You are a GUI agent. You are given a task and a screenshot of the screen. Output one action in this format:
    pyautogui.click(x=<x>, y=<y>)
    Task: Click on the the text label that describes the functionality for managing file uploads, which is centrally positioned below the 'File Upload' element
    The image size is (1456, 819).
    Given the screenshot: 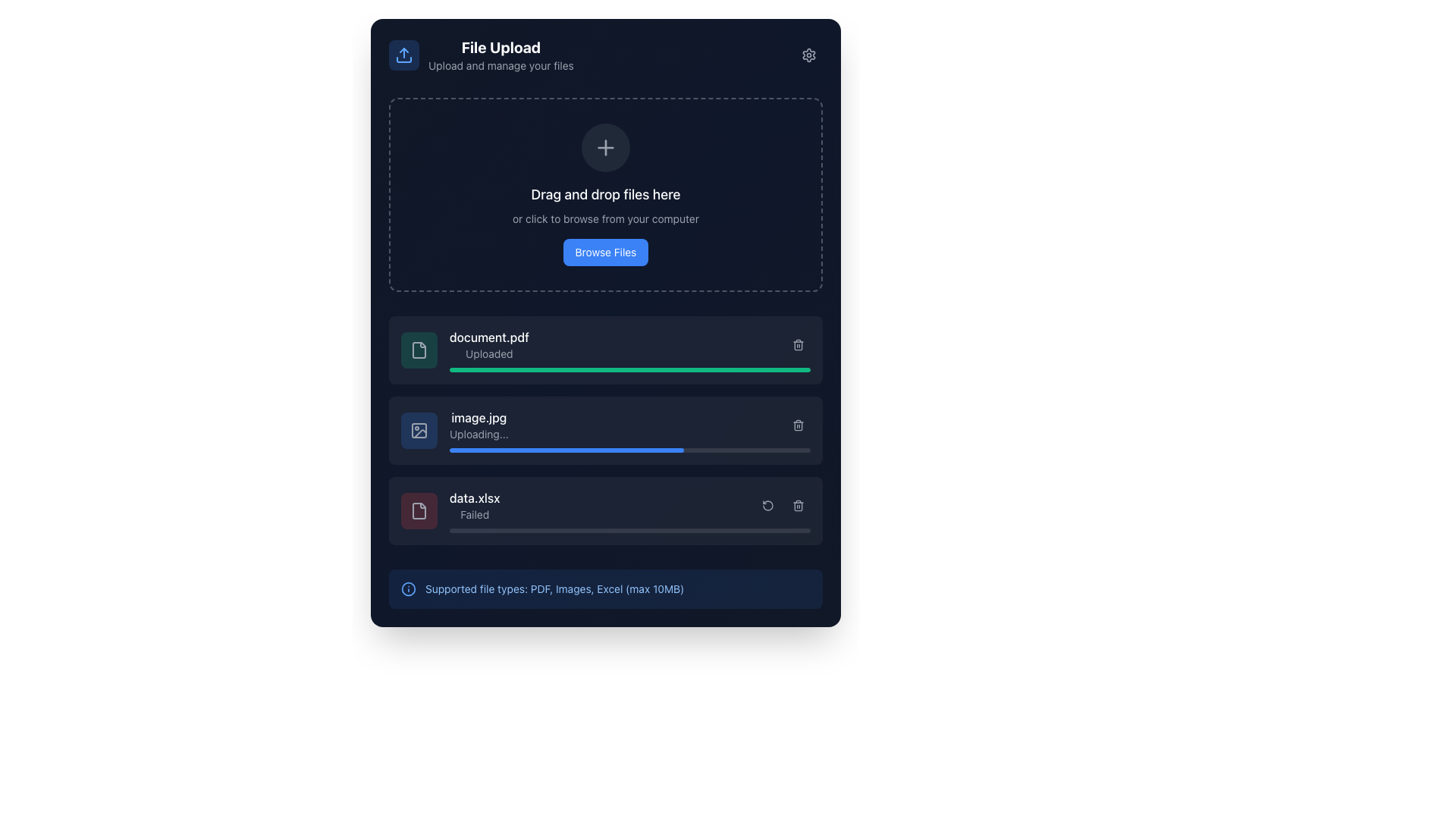 What is the action you would take?
    pyautogui.click(x=500, y=65)
    